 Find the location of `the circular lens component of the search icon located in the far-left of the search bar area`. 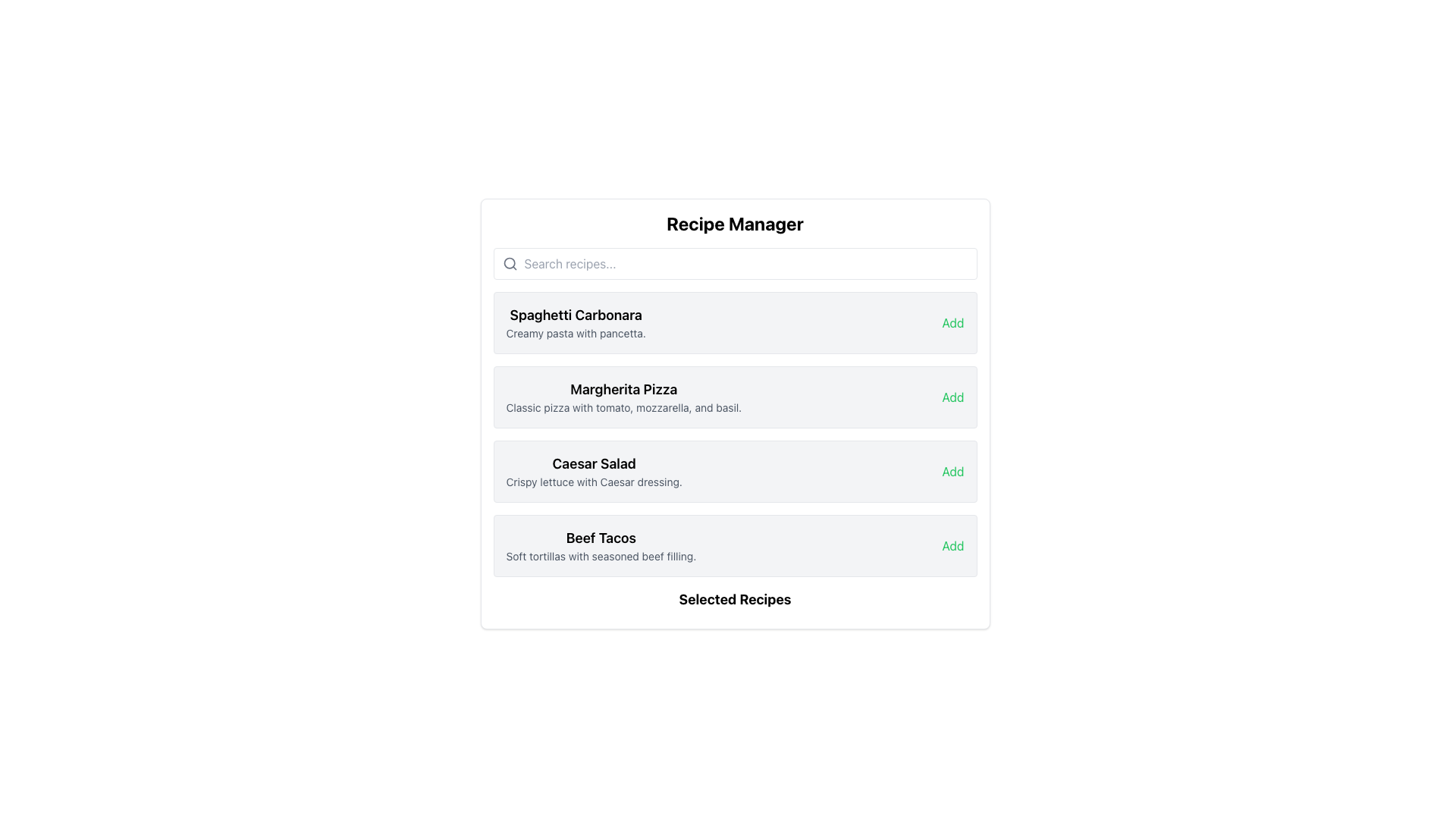

the circular lens component of the search icon located in the far-left of the search bar area is located at coordinates (509, 262).